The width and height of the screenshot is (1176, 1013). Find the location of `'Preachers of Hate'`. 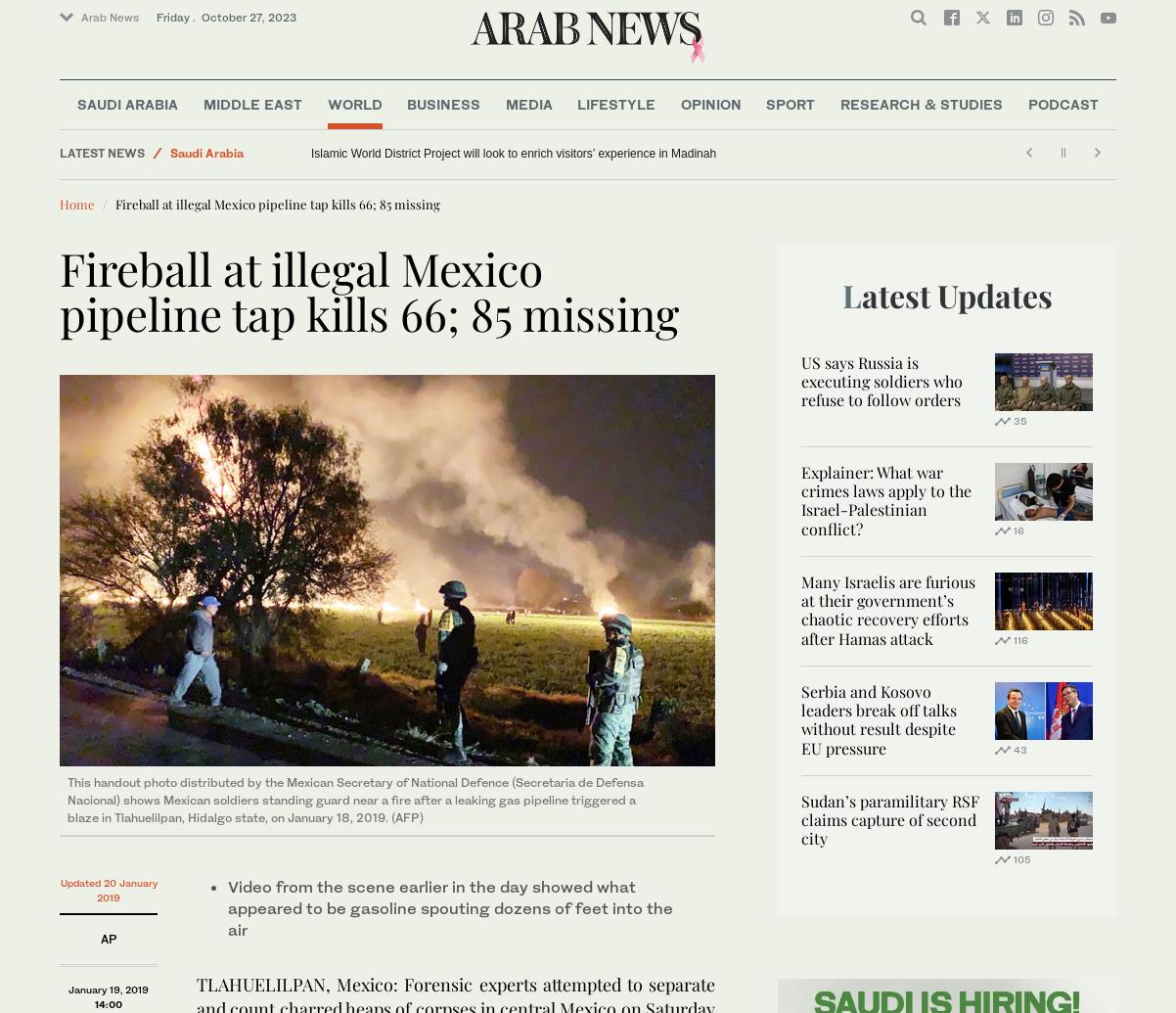

'Preachers of Hate' is located at coordinates (1030, 149).